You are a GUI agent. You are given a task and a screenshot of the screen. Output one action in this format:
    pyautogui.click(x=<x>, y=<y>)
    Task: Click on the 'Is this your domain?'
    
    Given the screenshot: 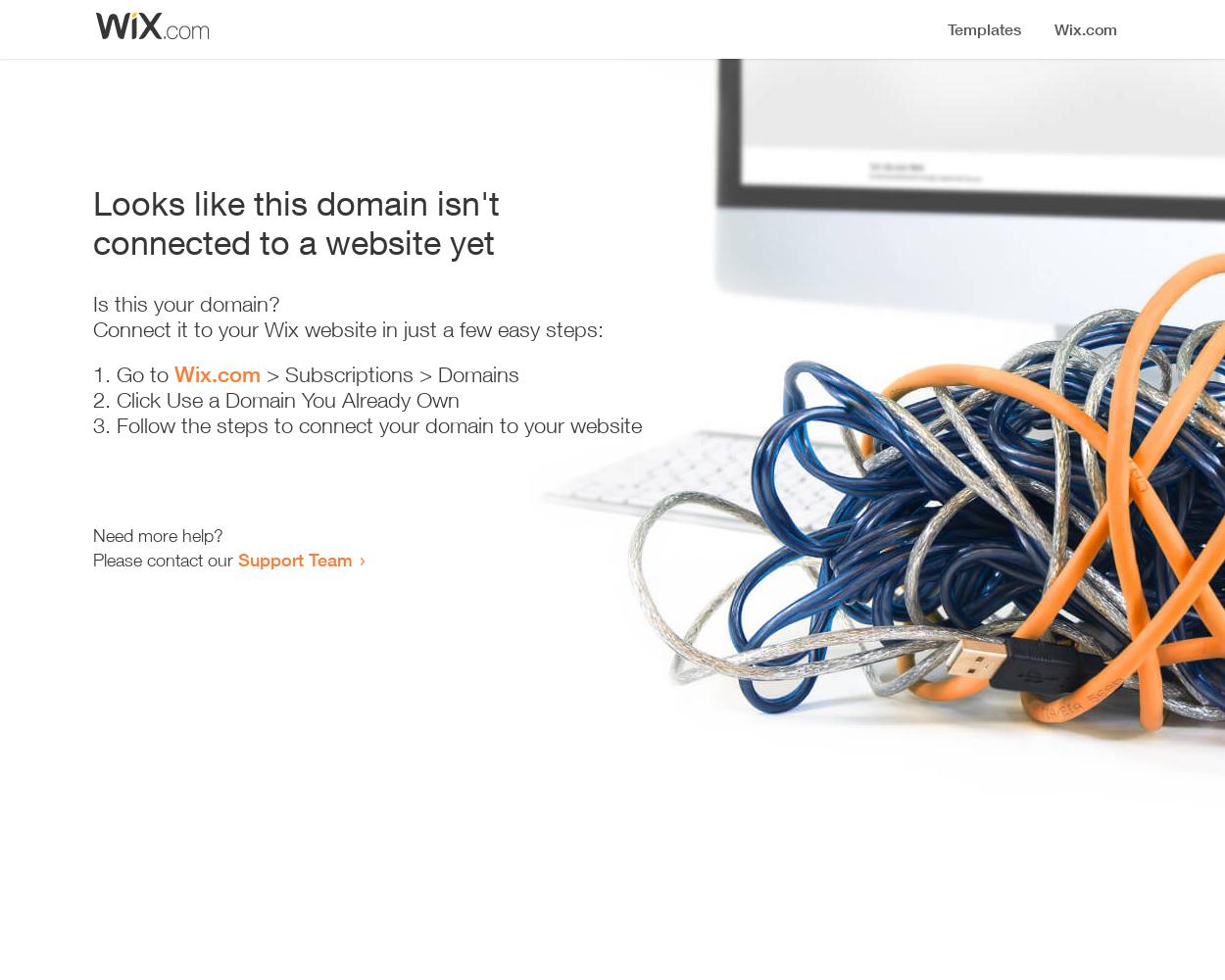 What is the action you would take?
    pyautogui.click(x=185, y=304)
    